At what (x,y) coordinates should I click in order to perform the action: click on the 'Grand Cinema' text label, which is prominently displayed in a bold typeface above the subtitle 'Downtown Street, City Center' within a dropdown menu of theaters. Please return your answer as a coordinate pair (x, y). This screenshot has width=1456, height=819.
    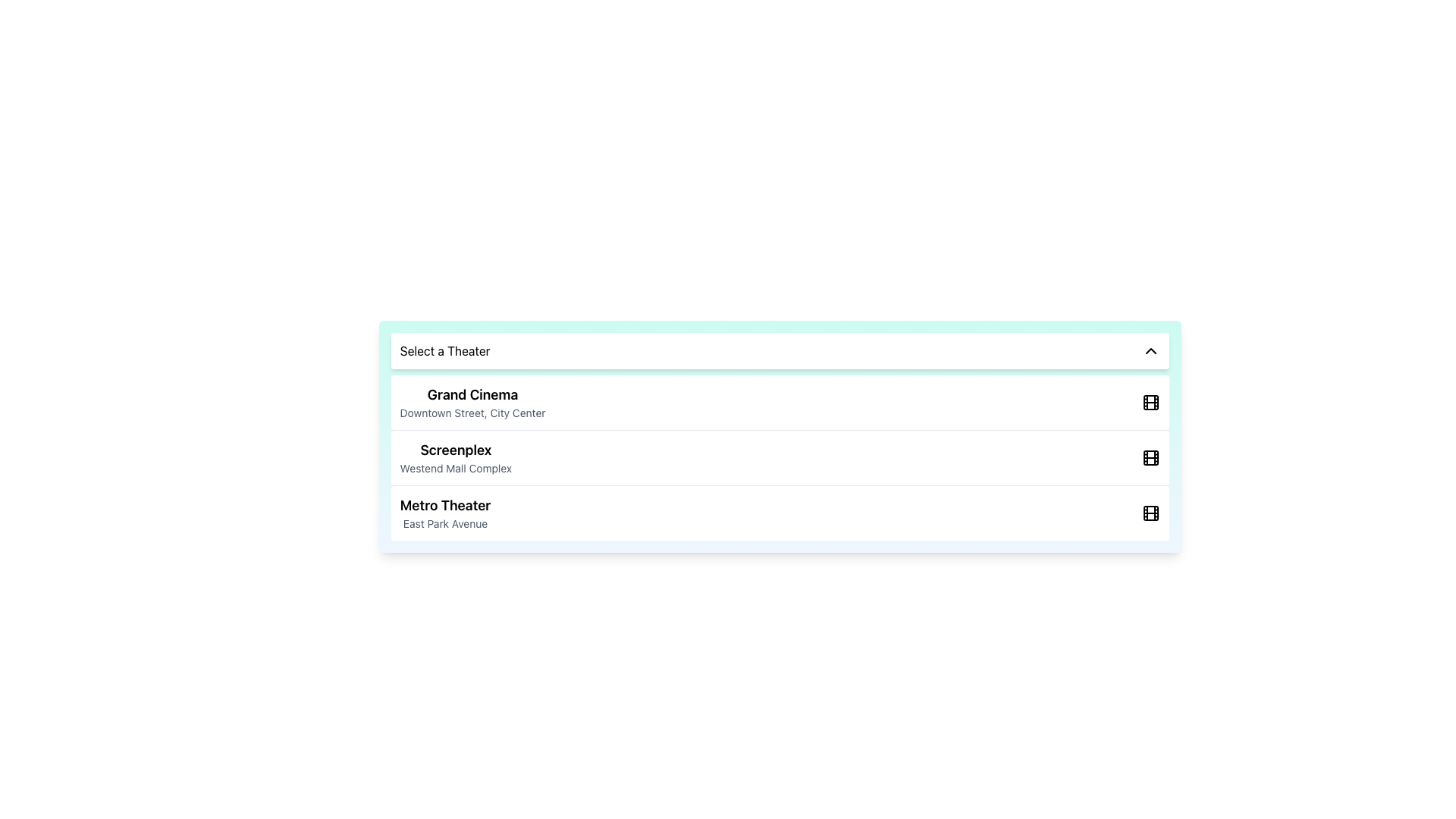
    Looking at the image, I should click on (472, 394).